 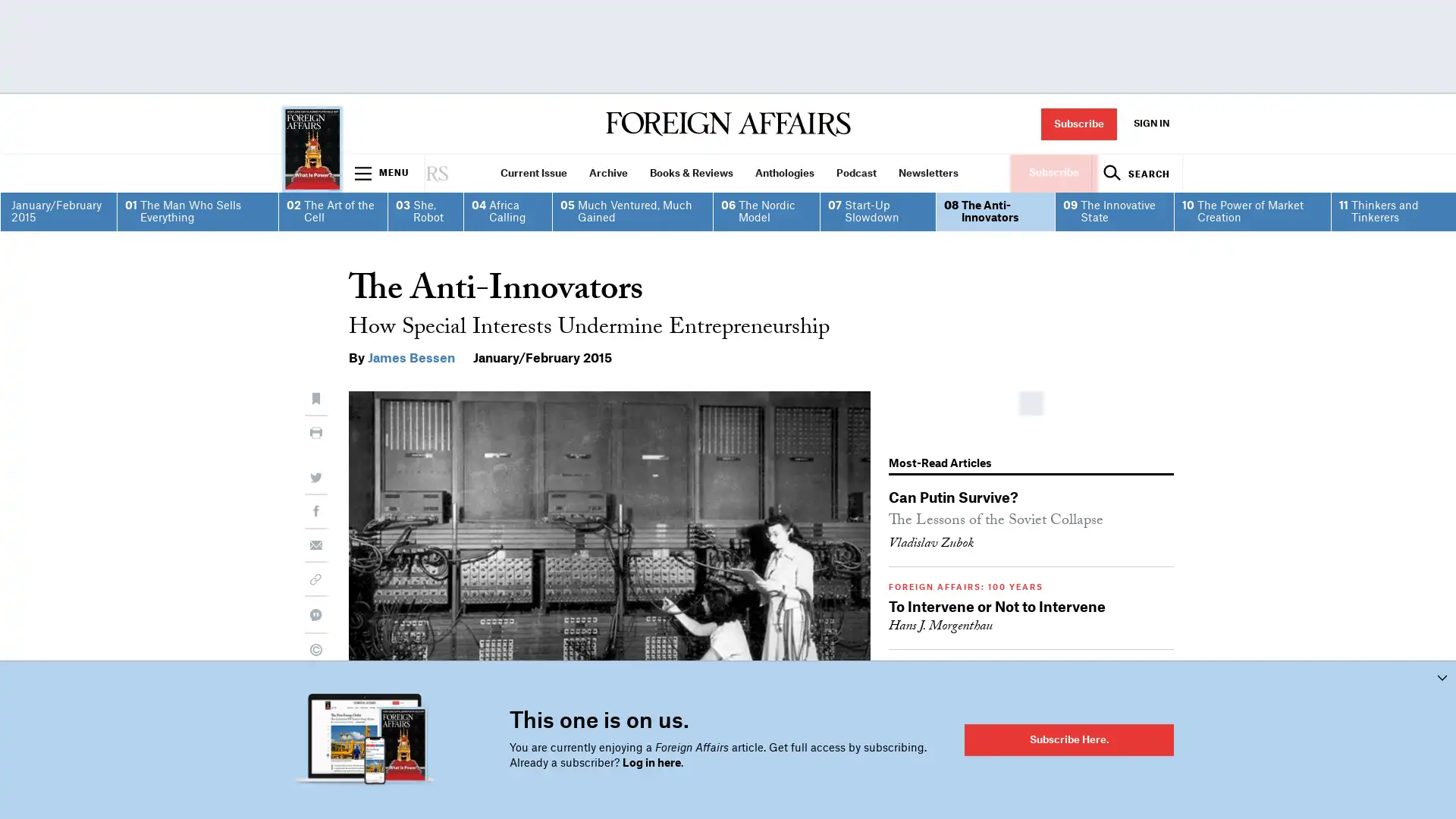 What do you see at coordinates (728, 579) in the screenshot?
I see `Get the Newsletter` at bounding box center [728, 579].